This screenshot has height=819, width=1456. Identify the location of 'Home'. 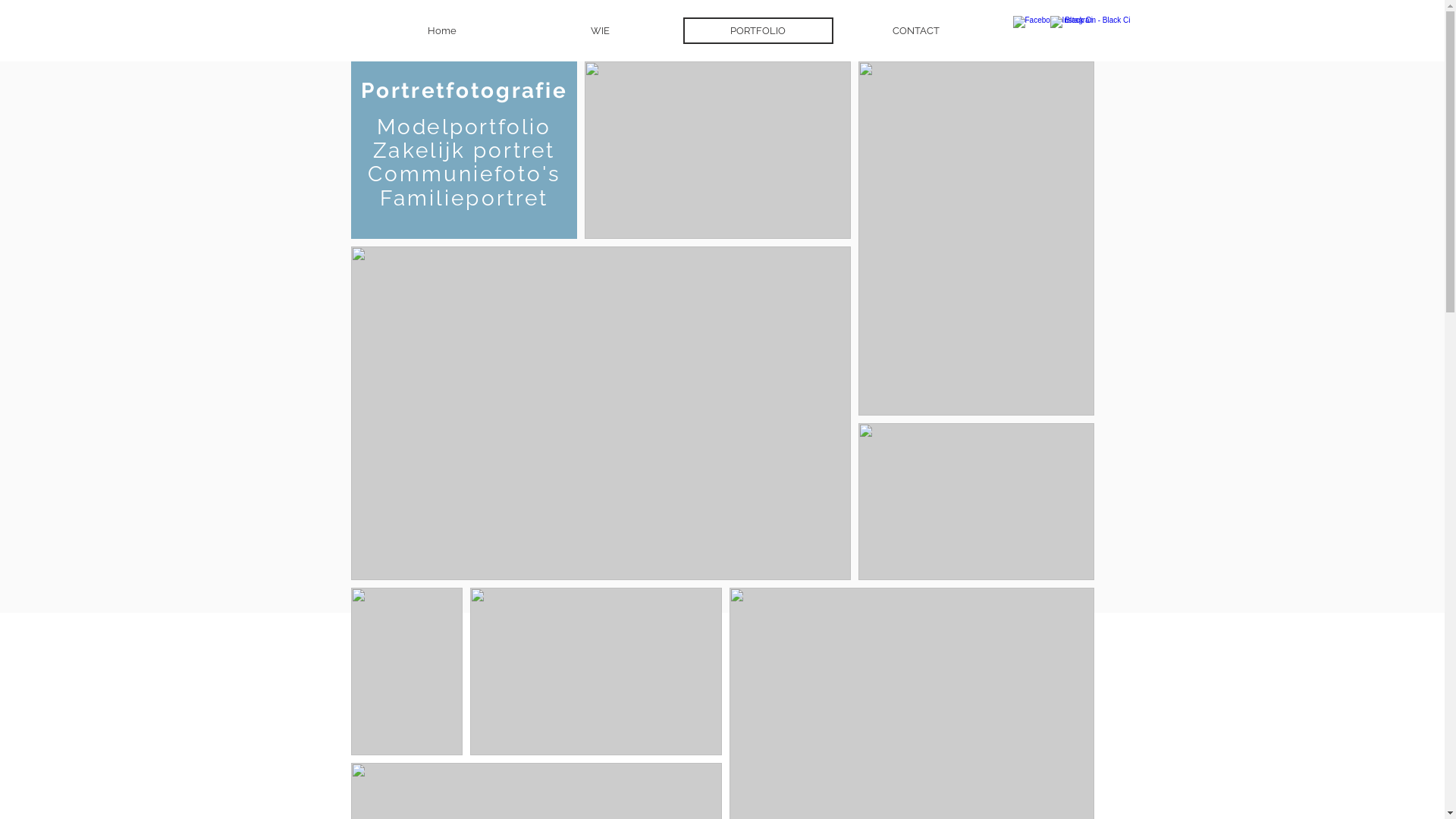
(441, 30).